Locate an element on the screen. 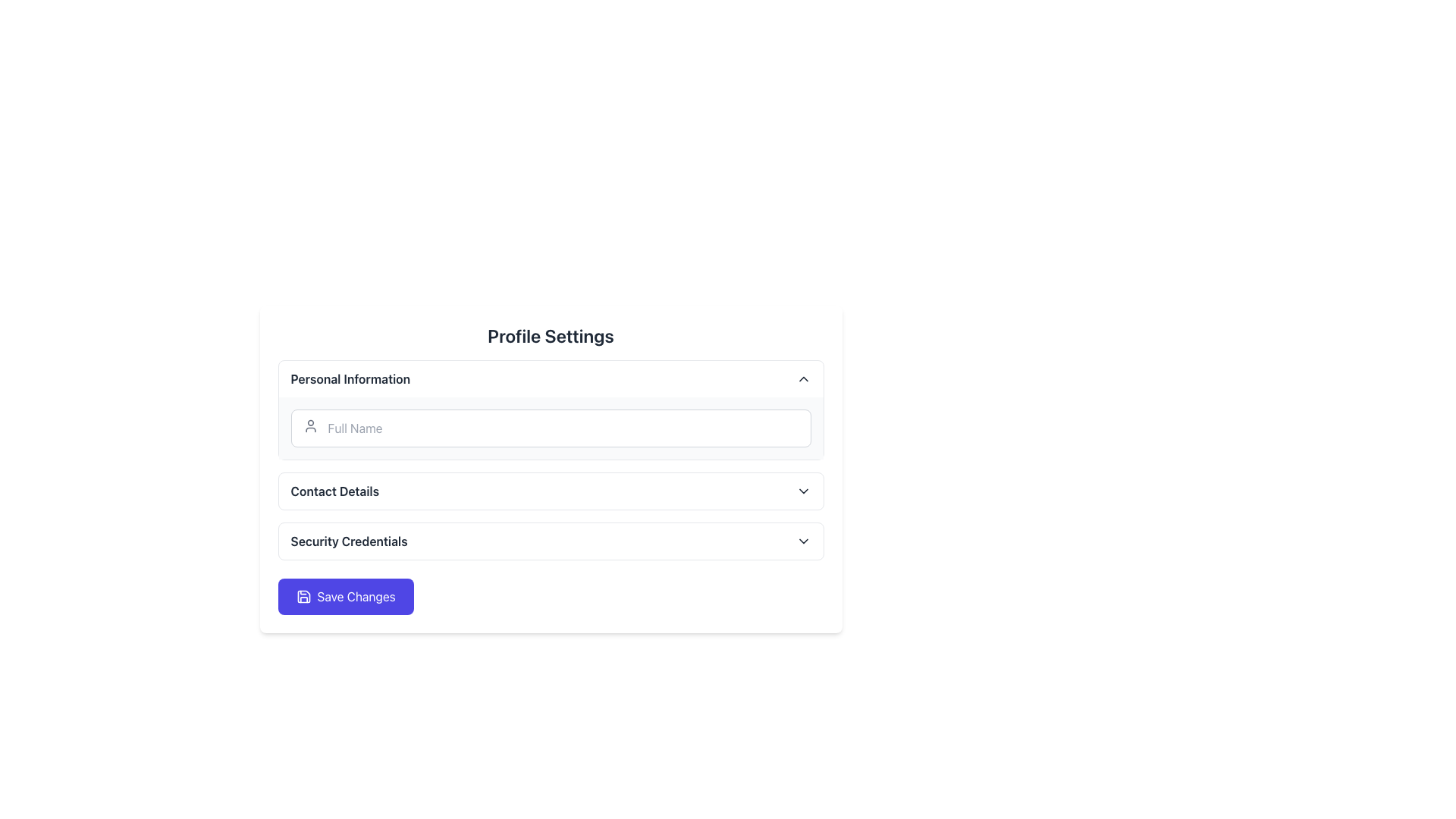 The height and width of the screenshot is (819, 1456). the upward-pointing chevron icon located on the right edge of the 'Personal Information' header is located at coordinates (802, 378).